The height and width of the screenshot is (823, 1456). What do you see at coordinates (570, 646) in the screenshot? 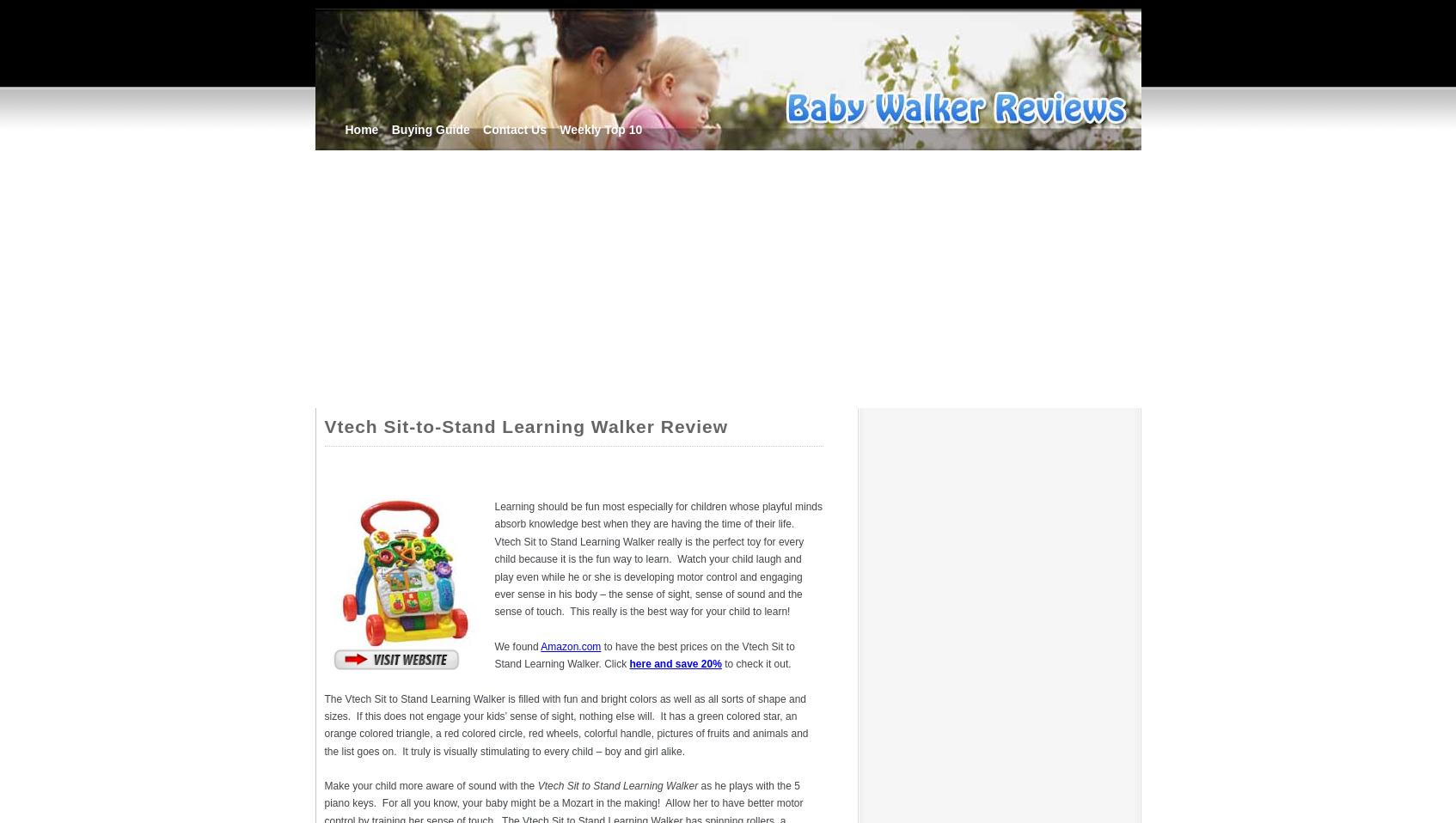
I see `'Amazon.com'` at bounding box center [570, 646].